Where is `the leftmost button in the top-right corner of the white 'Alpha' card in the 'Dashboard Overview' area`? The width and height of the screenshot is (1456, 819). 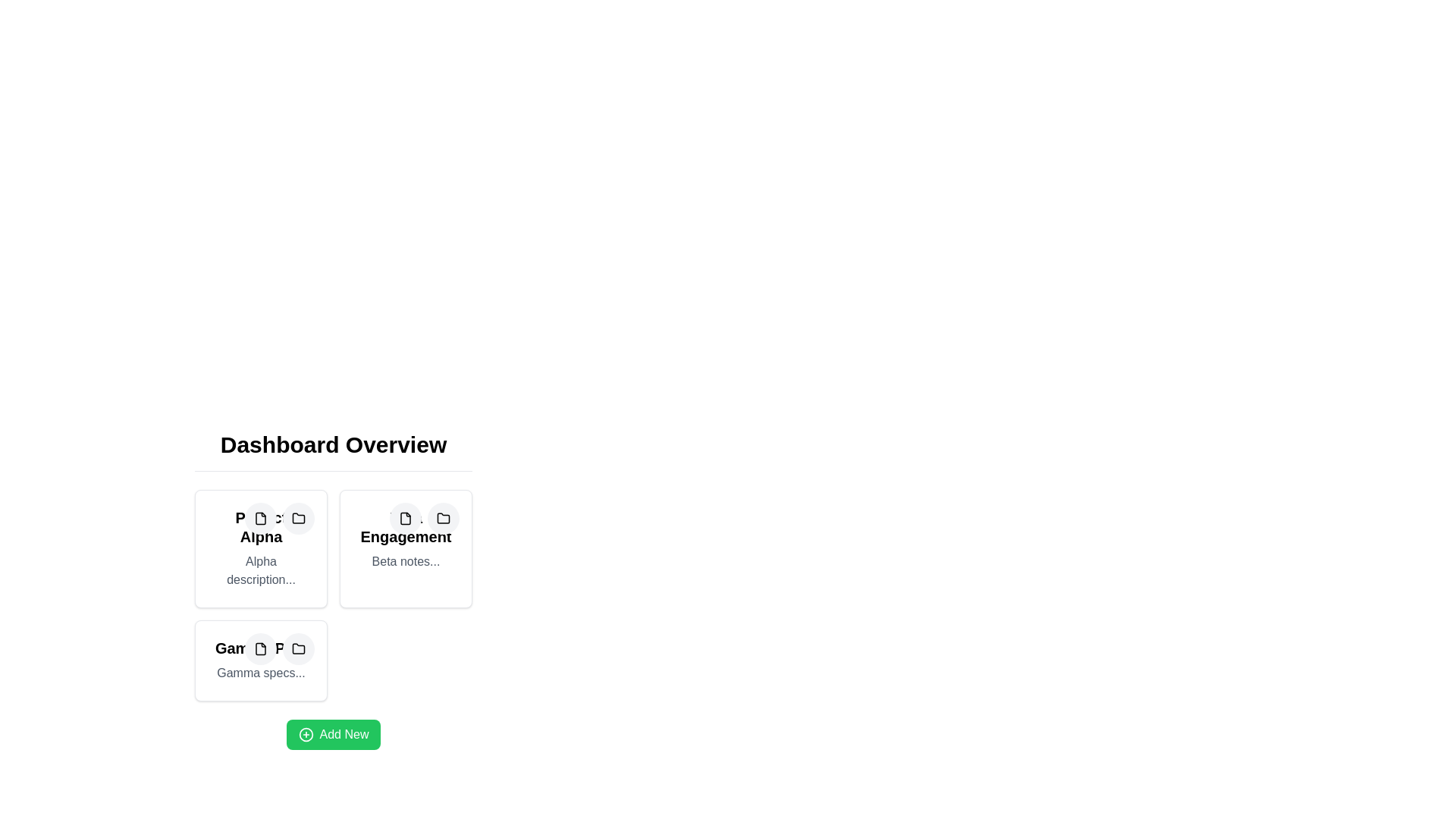
the leftmost button in the top-right corner of the white 'Alpha' card in the 'Dashboard Overview' area is located at coordinates (261, 517).